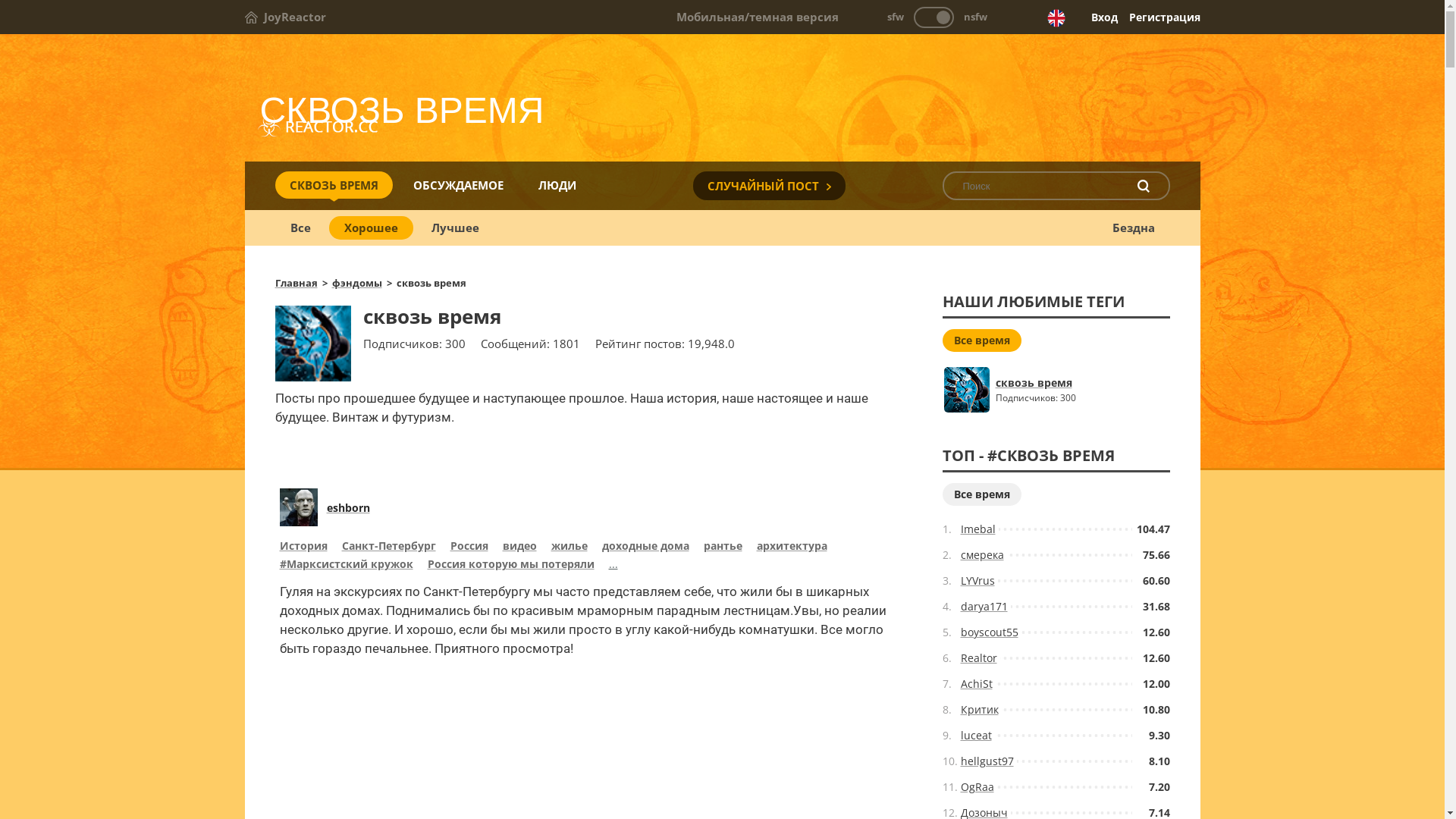 Image resolution: width=1456 pixels, height=819 pixels. I want to click on 'English version', so click(1055, 17).